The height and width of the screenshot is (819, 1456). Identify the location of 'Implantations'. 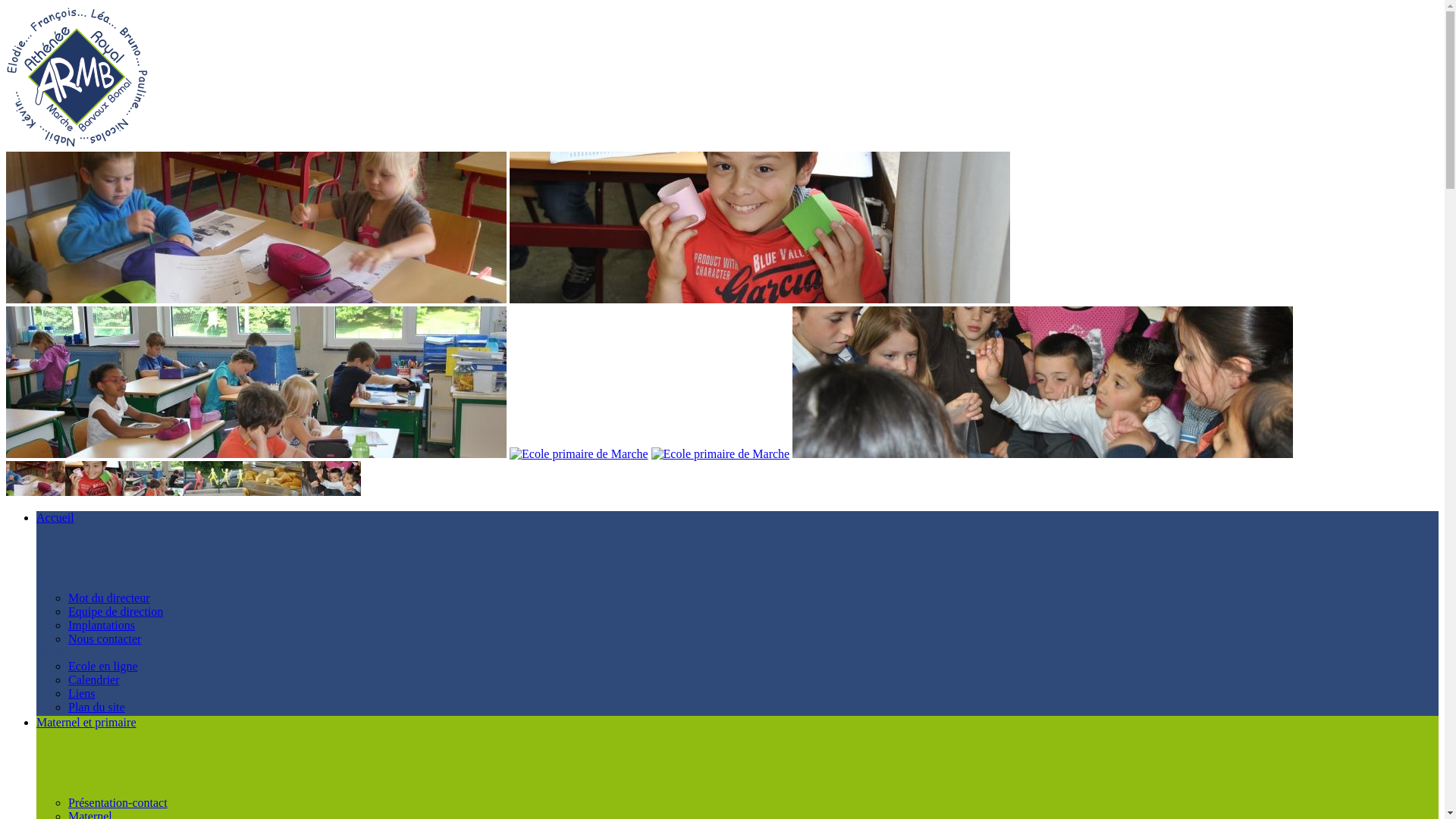
(101, 625).